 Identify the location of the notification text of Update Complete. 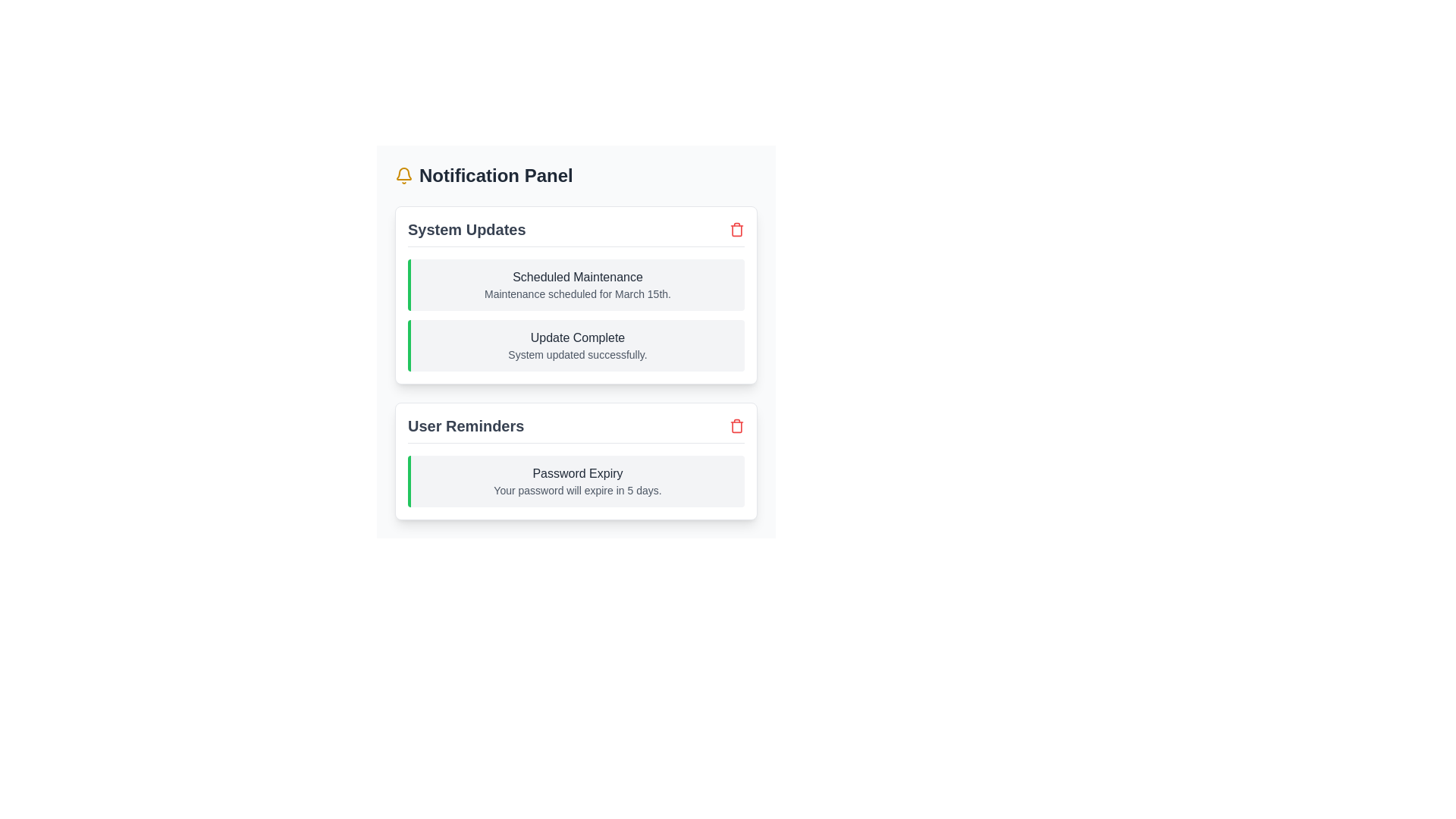
(575, 337).